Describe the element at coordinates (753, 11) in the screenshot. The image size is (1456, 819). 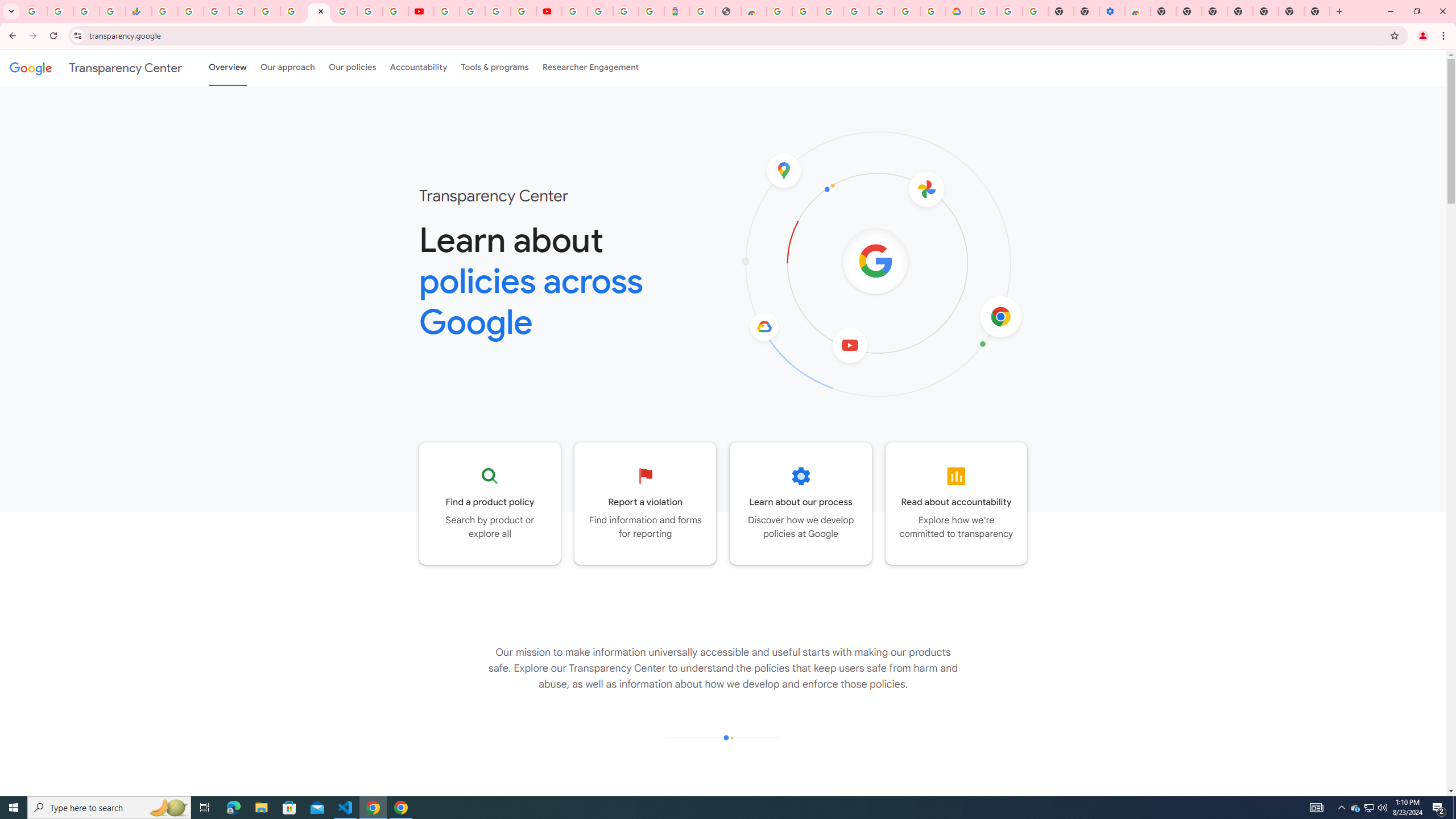
I see `'Chrome Web Store - Household'` at that location.